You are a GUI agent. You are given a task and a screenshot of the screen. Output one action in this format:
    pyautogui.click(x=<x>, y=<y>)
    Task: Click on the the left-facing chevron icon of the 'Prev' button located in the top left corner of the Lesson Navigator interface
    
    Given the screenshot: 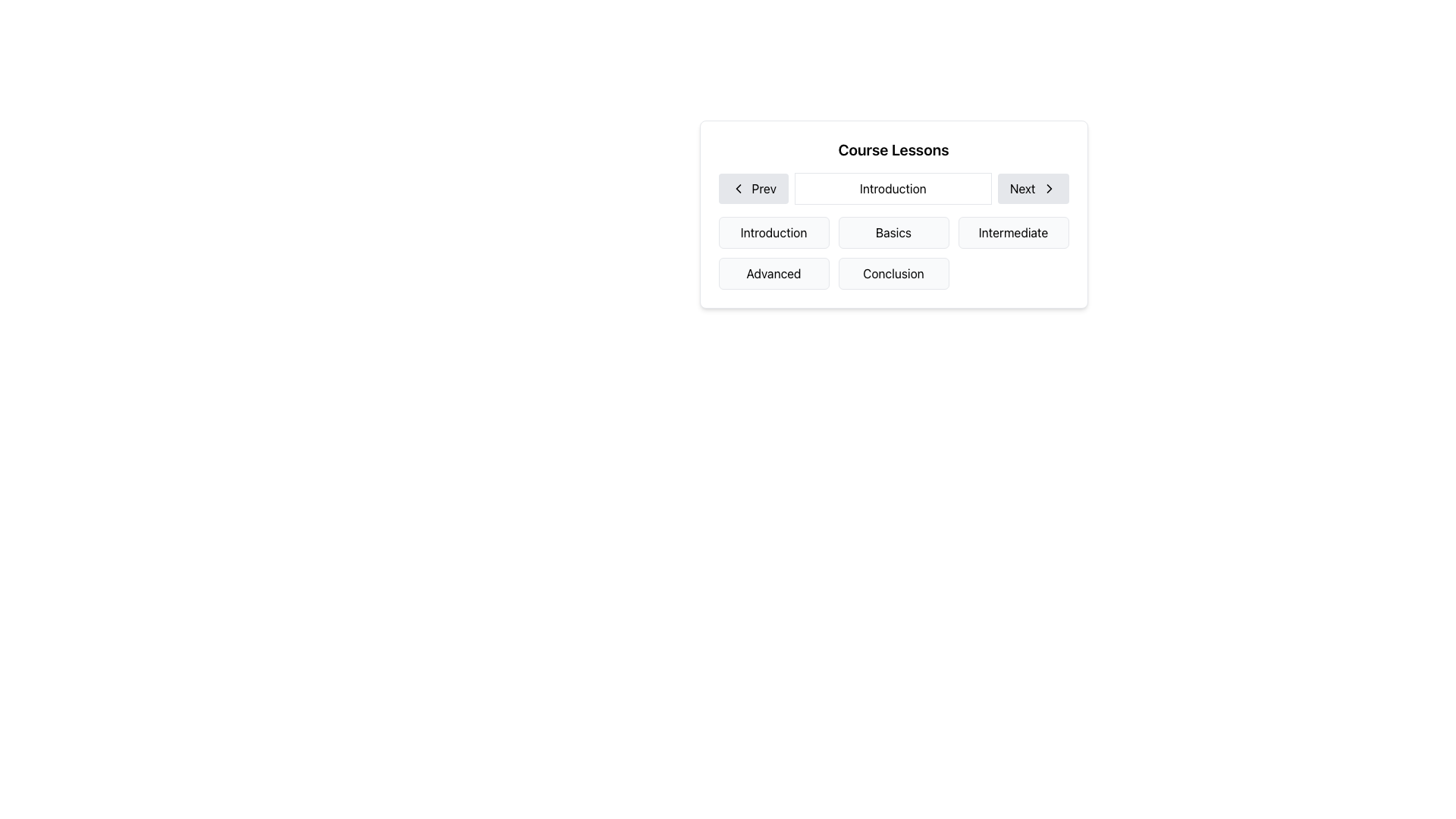 What is the action you would take?
    pyautogui.click(x=738, y=188)
    